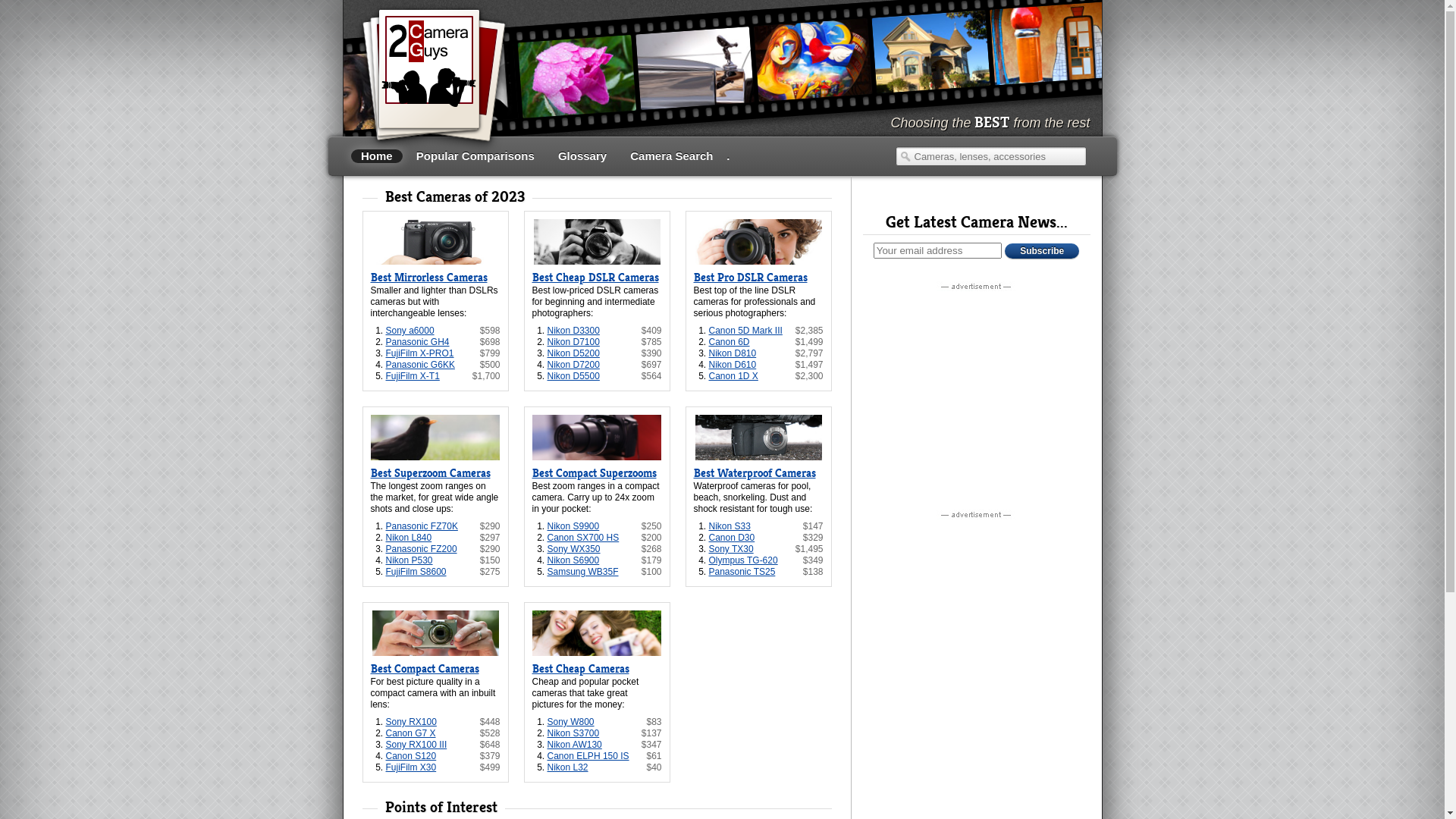  I want to click on 'Best Waterproof Cameras 2023', so click(758, 438).